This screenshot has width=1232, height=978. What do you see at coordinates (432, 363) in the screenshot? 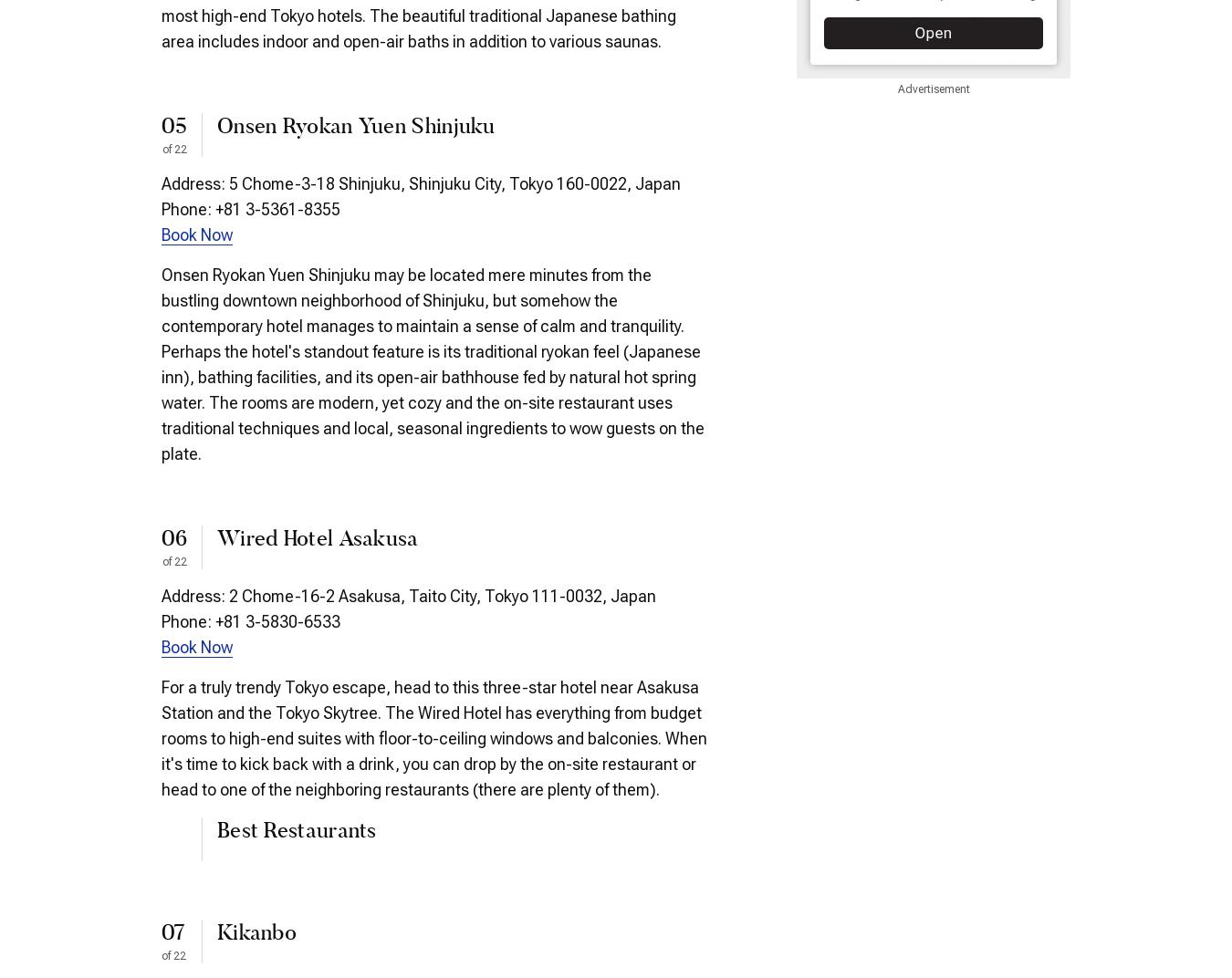
I see `'Onsen Ryokan Yuen Shinjuku may be located mere minutes from the bustling downtown neighborhood of Shinjuku, but somehow the contemporary hotel manages to maintain a sense of calm and tranquility. Perhaps the hotel's standout feature is its traditional ryokan feel (Japanese inn), bathing facilities, and its open-air bathhouse fed by natural hot spring water. The rooms are modern, yet cozy and the on-site restaurant uses traditional techniques and local, seasonal ingredients to wow guests on the plate.'` at bounding box center [432, 363].